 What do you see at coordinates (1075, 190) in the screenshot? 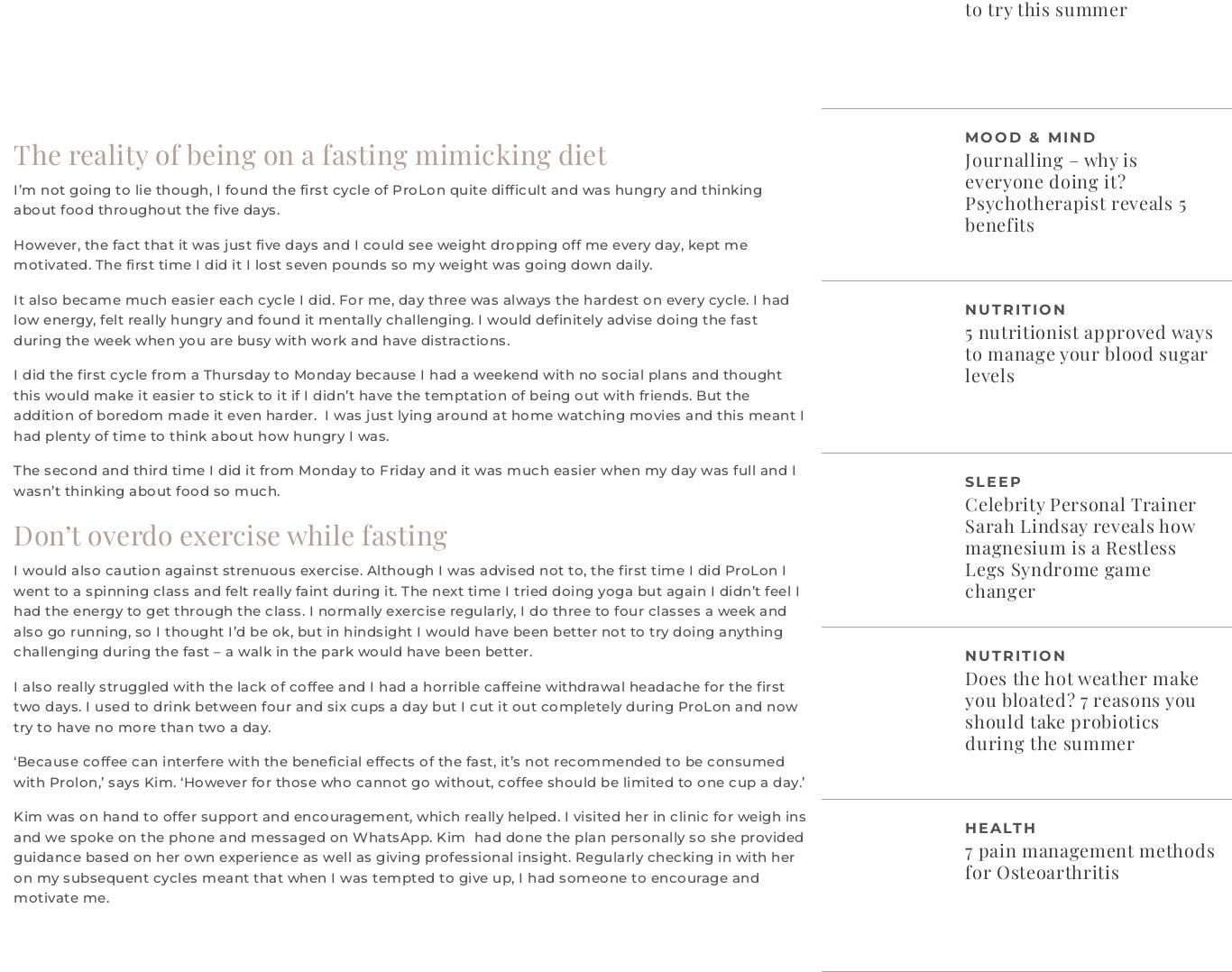
I see `'Journalling – why is everyone doing it? Psychotherapist reveals 5 benefits'` at bounding box center [1075, 190].